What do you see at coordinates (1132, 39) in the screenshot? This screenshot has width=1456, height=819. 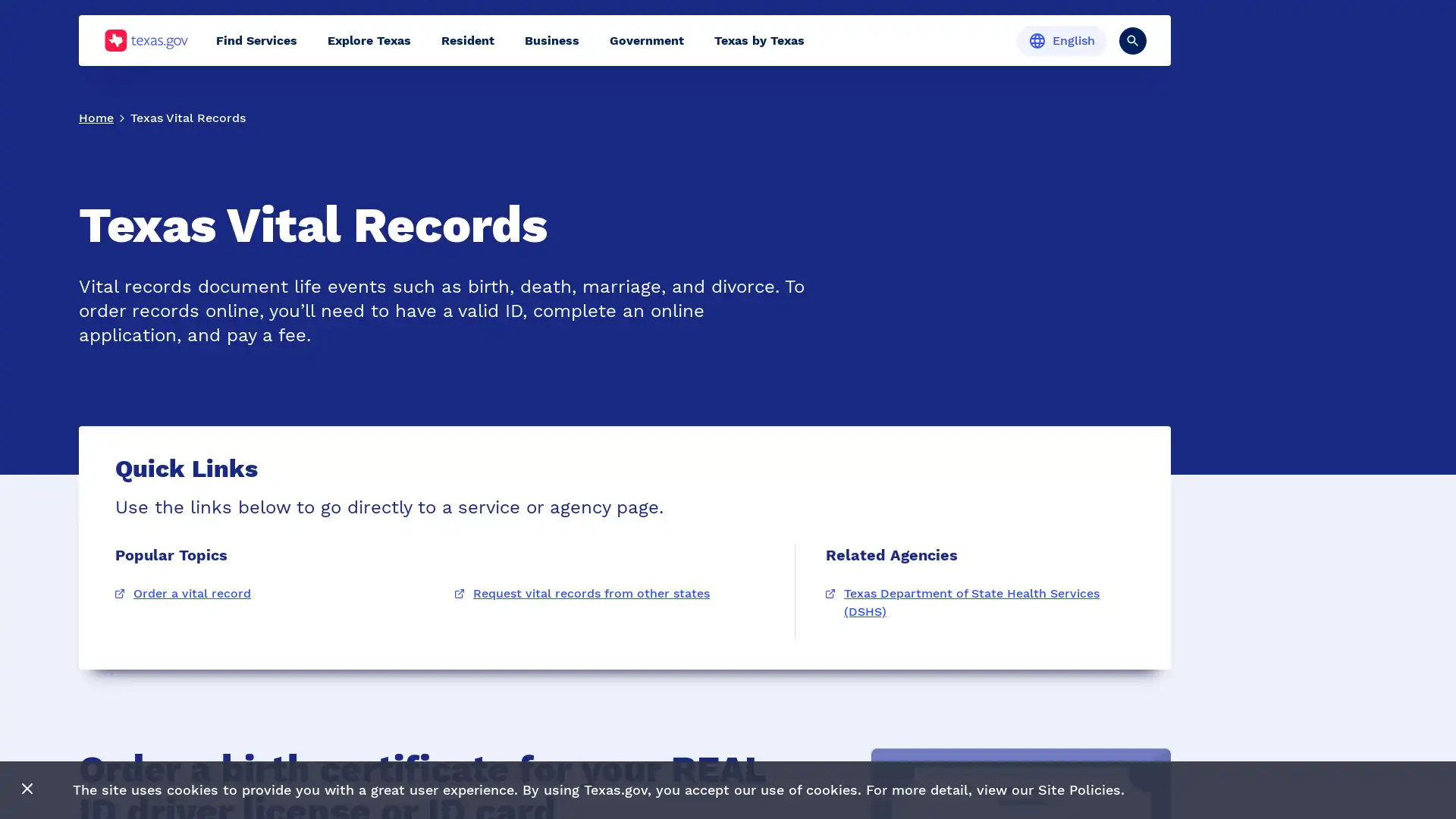 I see `Search` at bounding box center [1132, 39].